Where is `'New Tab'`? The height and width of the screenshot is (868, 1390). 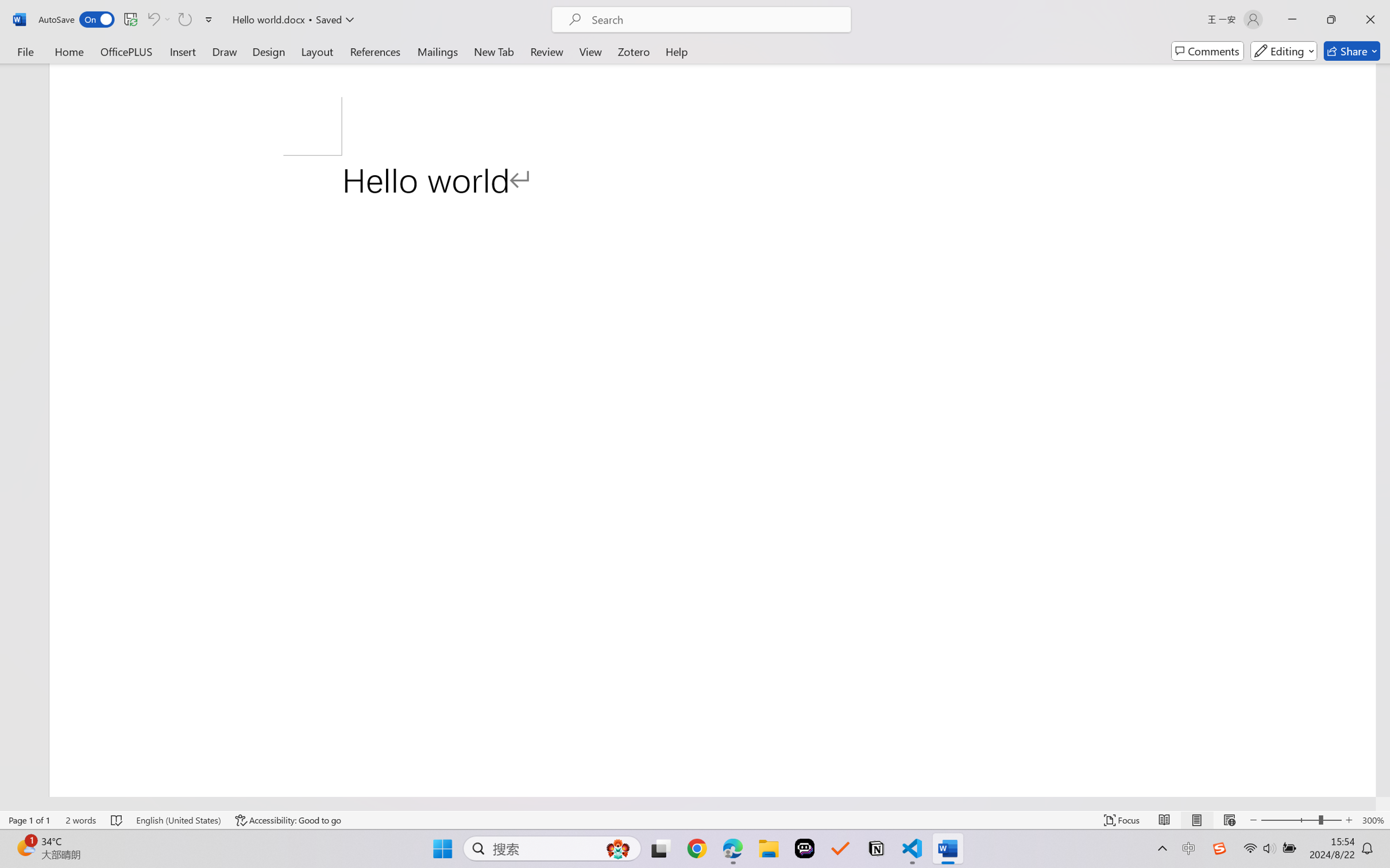
'New Tab' is located at coordinates (493, 51).